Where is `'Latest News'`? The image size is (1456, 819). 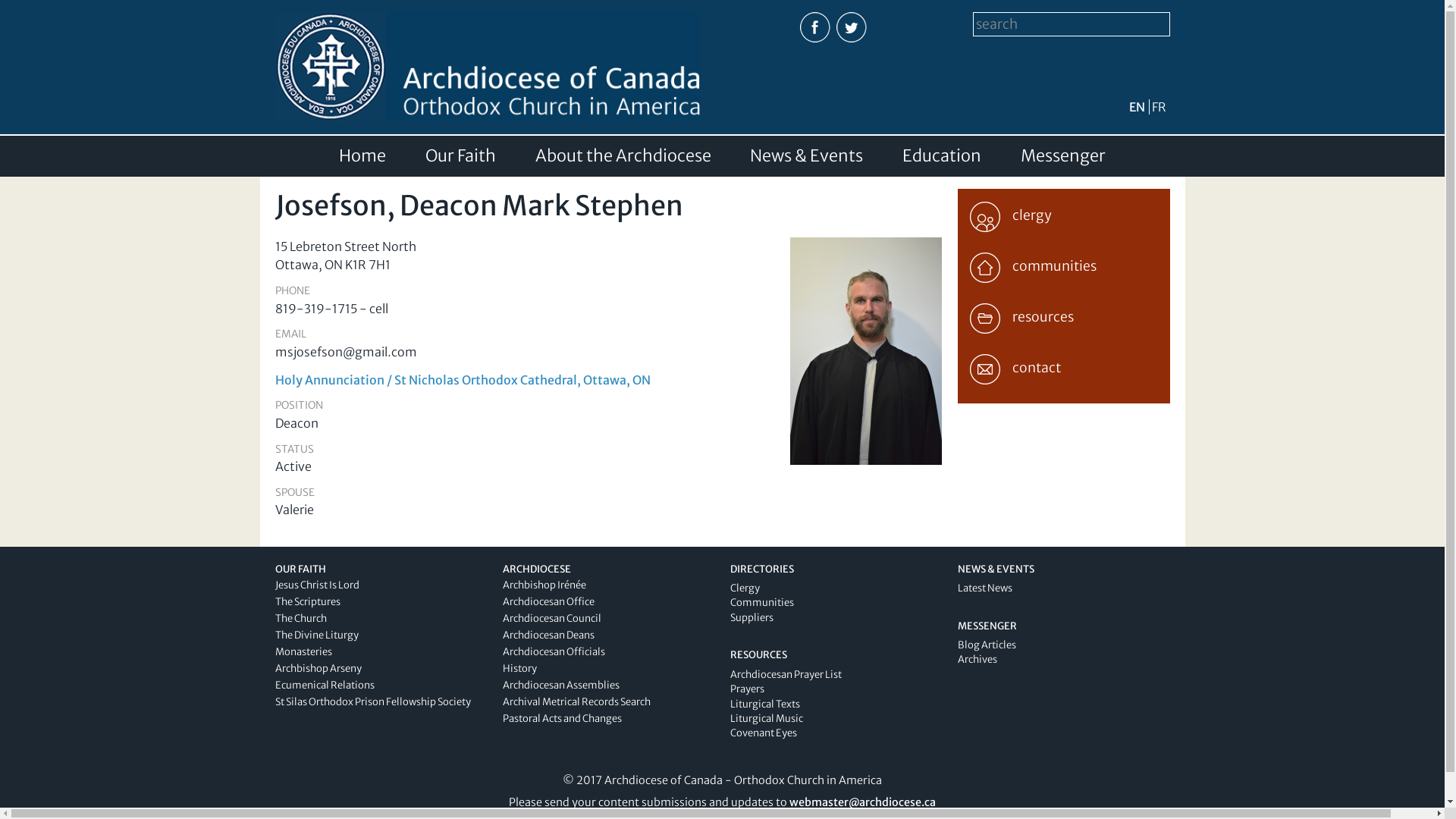
'Latest News' is located at coordinates (984, 587).